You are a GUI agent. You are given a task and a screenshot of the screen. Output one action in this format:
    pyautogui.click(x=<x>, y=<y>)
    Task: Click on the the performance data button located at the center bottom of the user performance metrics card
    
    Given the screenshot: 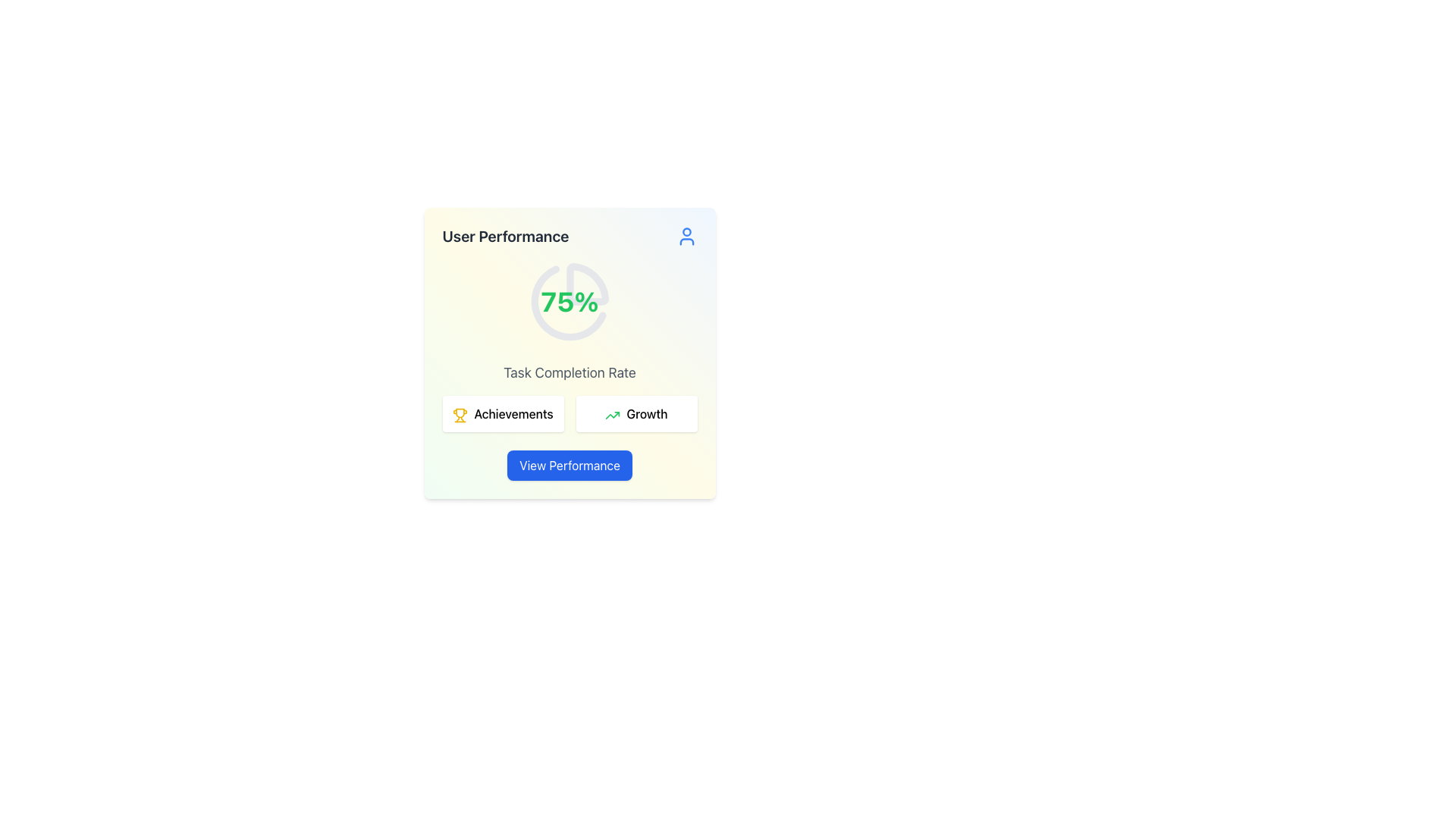 What is the action you would take?
    pyautogui.click(x=569, y=464)
    